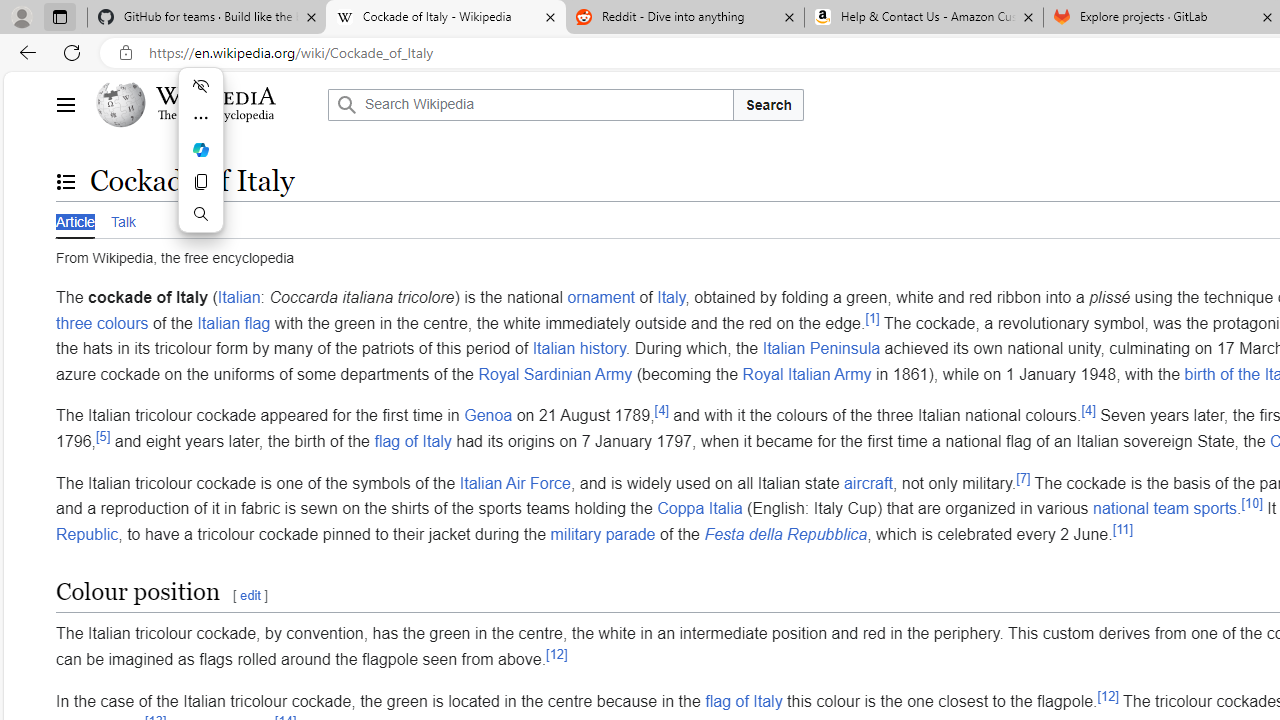 The image size is (1280, 720). Describe the element at coordinates (216, 116) in the screenshot. I see `'The Free Encyclopedia'` at that location.